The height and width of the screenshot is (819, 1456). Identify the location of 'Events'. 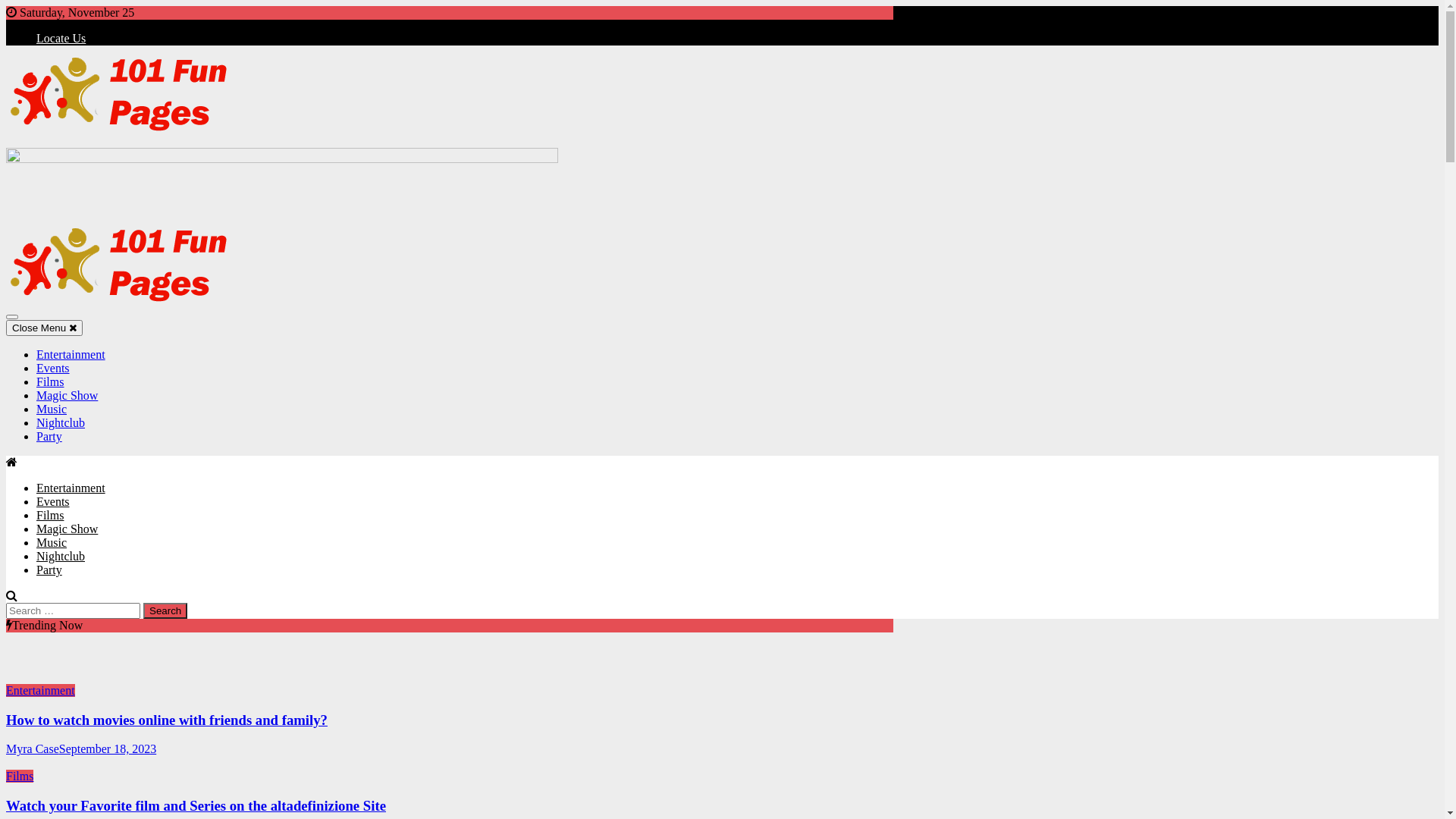
(53, 501).